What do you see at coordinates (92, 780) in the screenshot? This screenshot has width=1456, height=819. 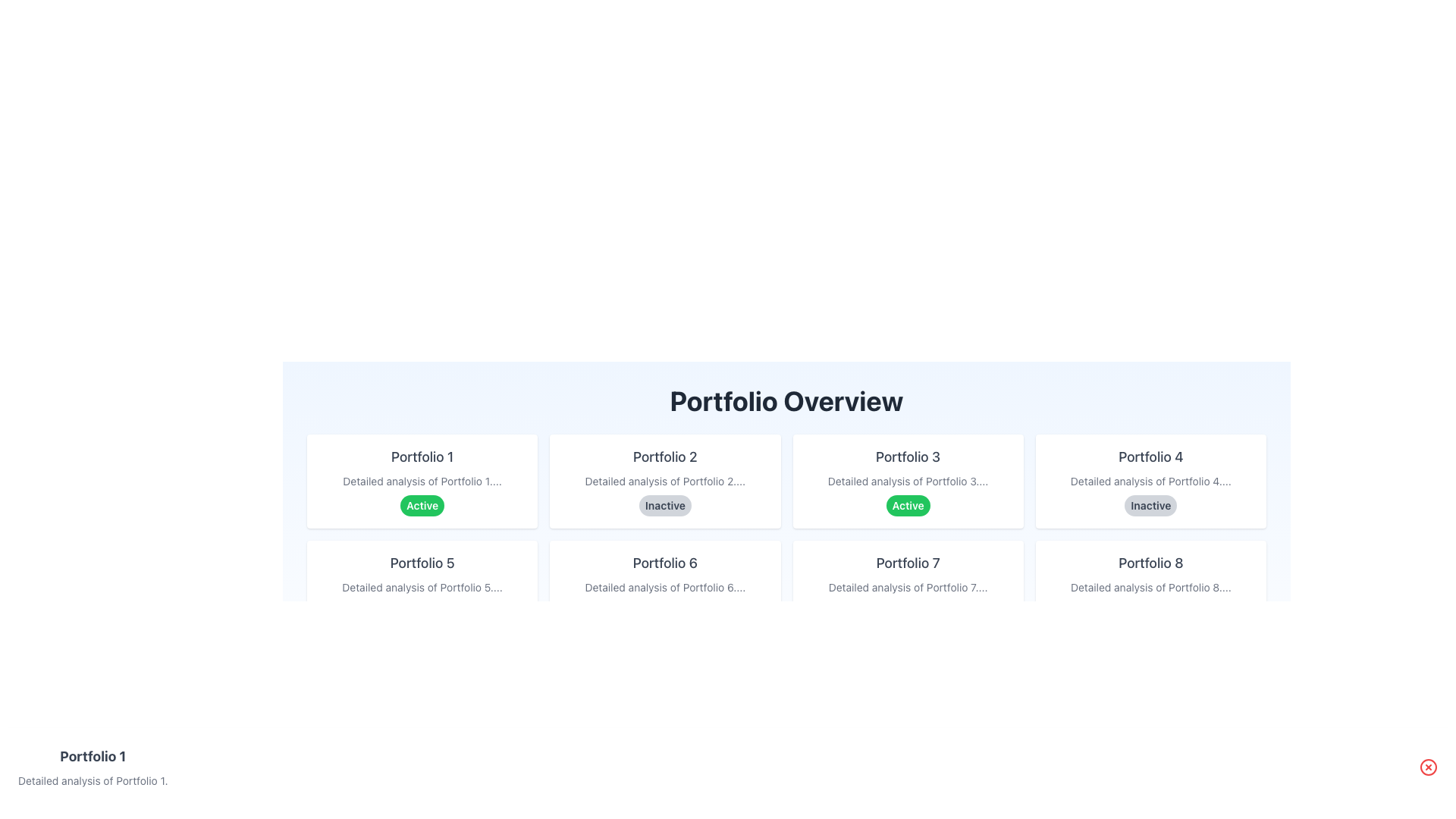 I see `static text content element that presents the description 'Detailed analysis of Portfolio 1.' located beneath the header 'Portfolio 1'` at bounding box center [92, 780].